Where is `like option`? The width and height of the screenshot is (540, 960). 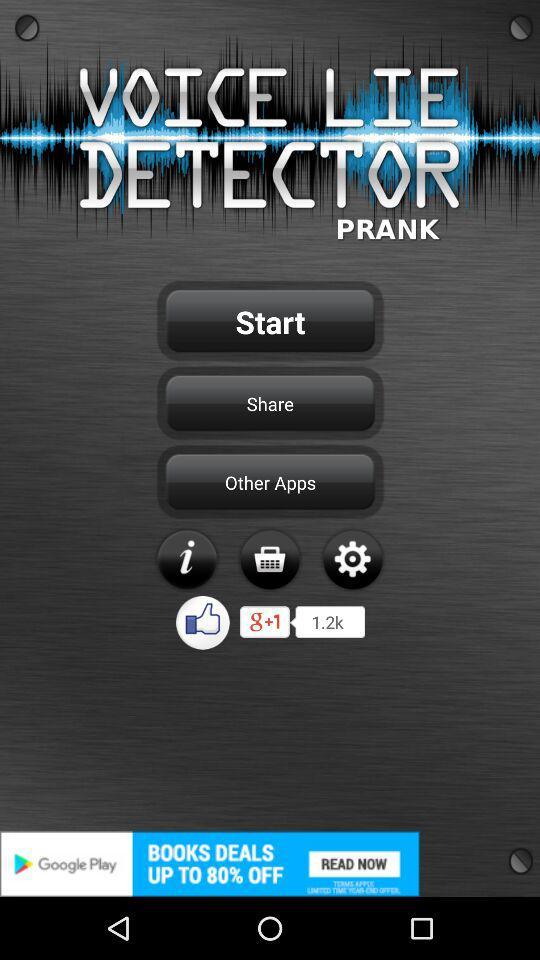
like option is located at coordinates (202, 621).